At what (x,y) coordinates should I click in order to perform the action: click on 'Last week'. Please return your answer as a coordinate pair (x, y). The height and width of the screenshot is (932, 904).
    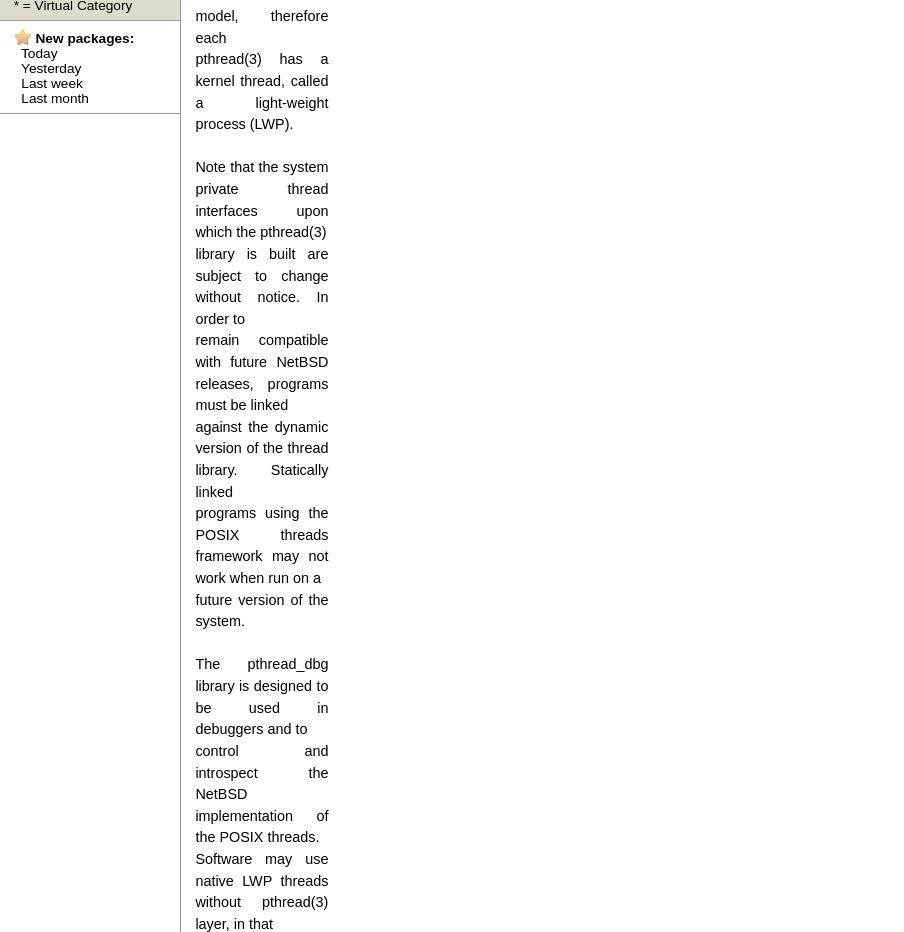
    Looking at the image, I should click on (50, 82).